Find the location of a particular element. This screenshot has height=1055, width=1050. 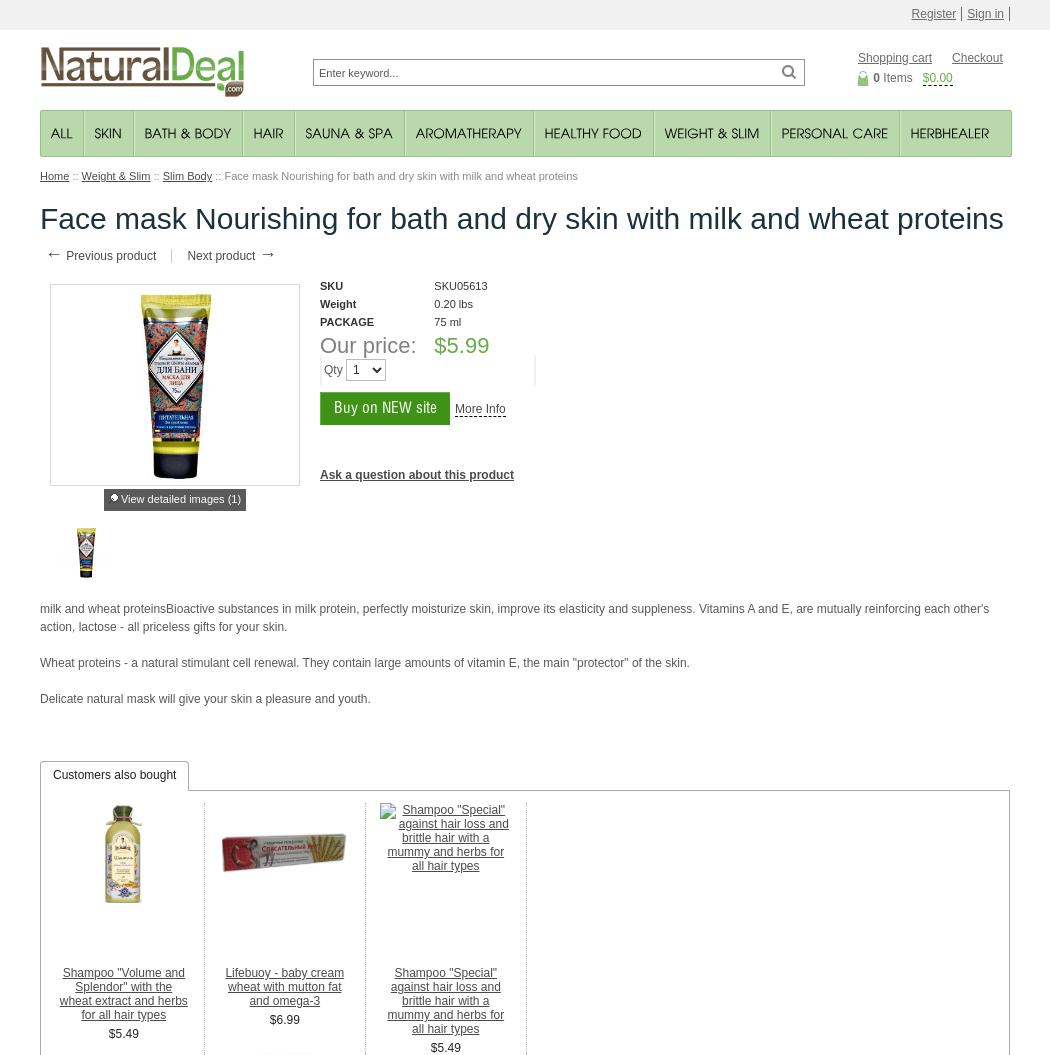

'Wheat proteins - a natural stimulant cell renewal. They contain large amounts of vitamin E, the main "protector" of the skin.' is located at coordinates (363, 661).